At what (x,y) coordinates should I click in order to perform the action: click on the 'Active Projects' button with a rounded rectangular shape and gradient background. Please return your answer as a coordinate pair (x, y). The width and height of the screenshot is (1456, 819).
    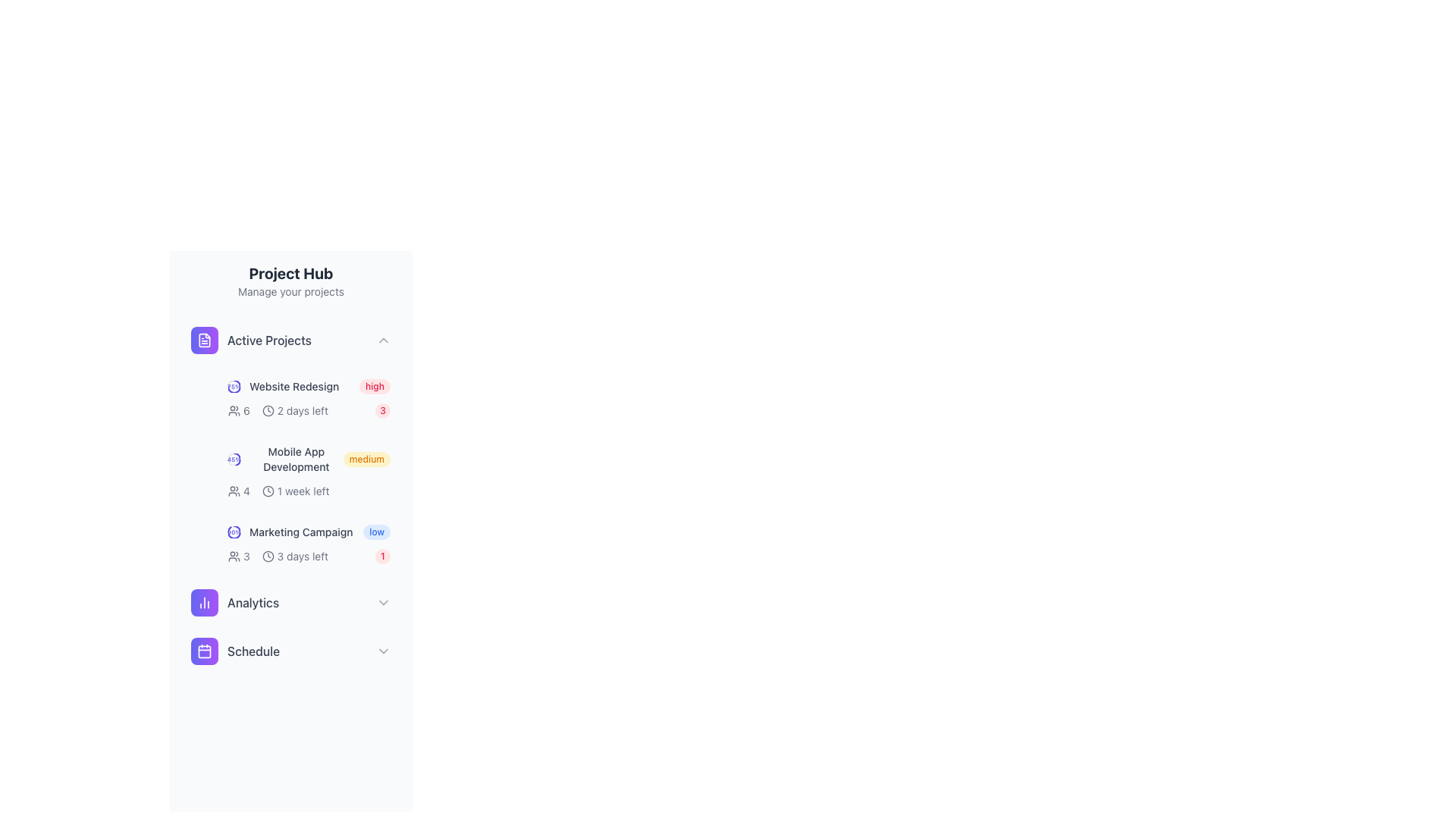
    Looking at the image, I should click on (291, 339).